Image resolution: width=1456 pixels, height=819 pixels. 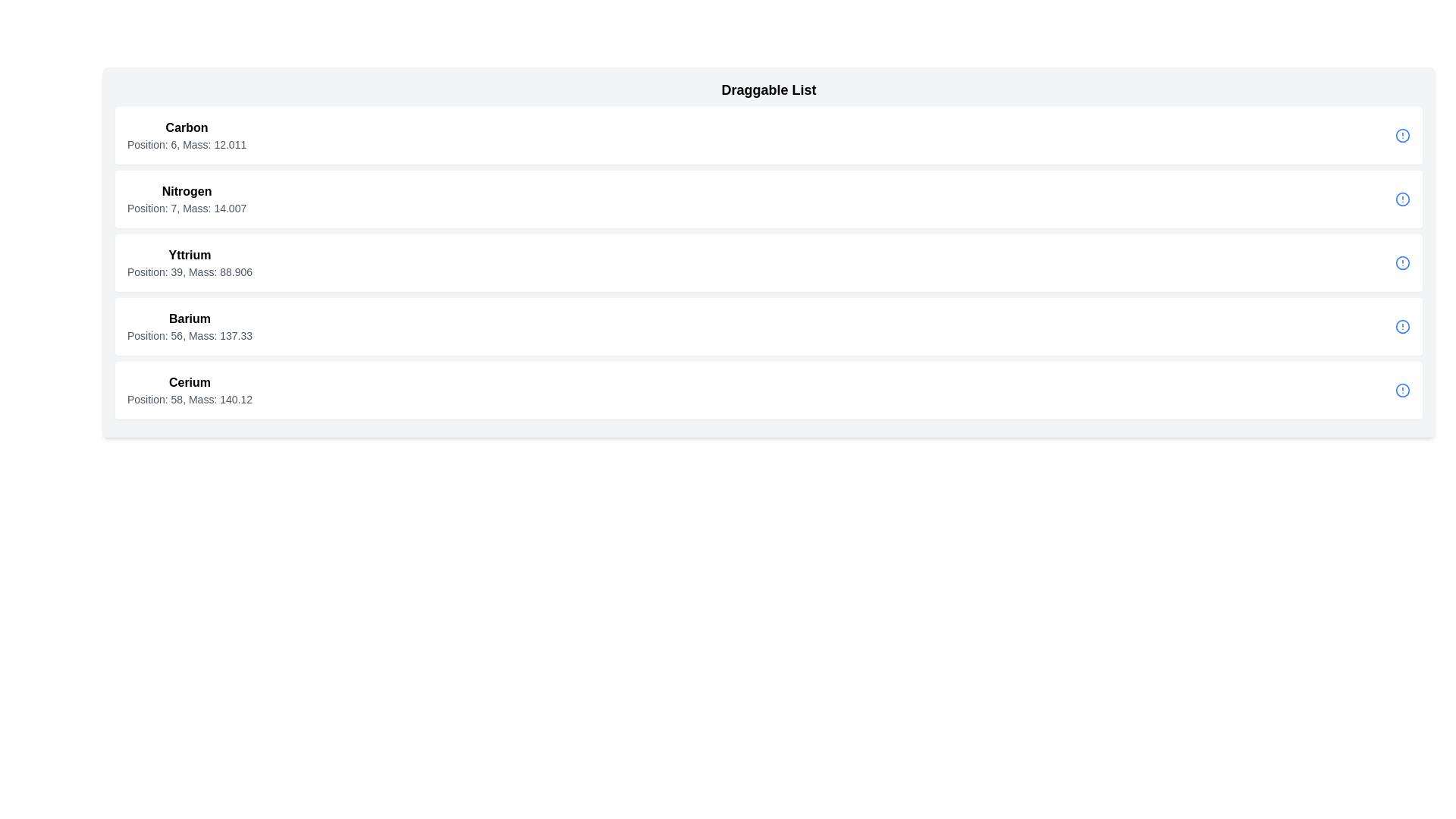 I want to click on the descriptive text label for the scientific entity Cerium, located beneath the Cerium label in the fifth card of the list, so click(x=189, y=399).